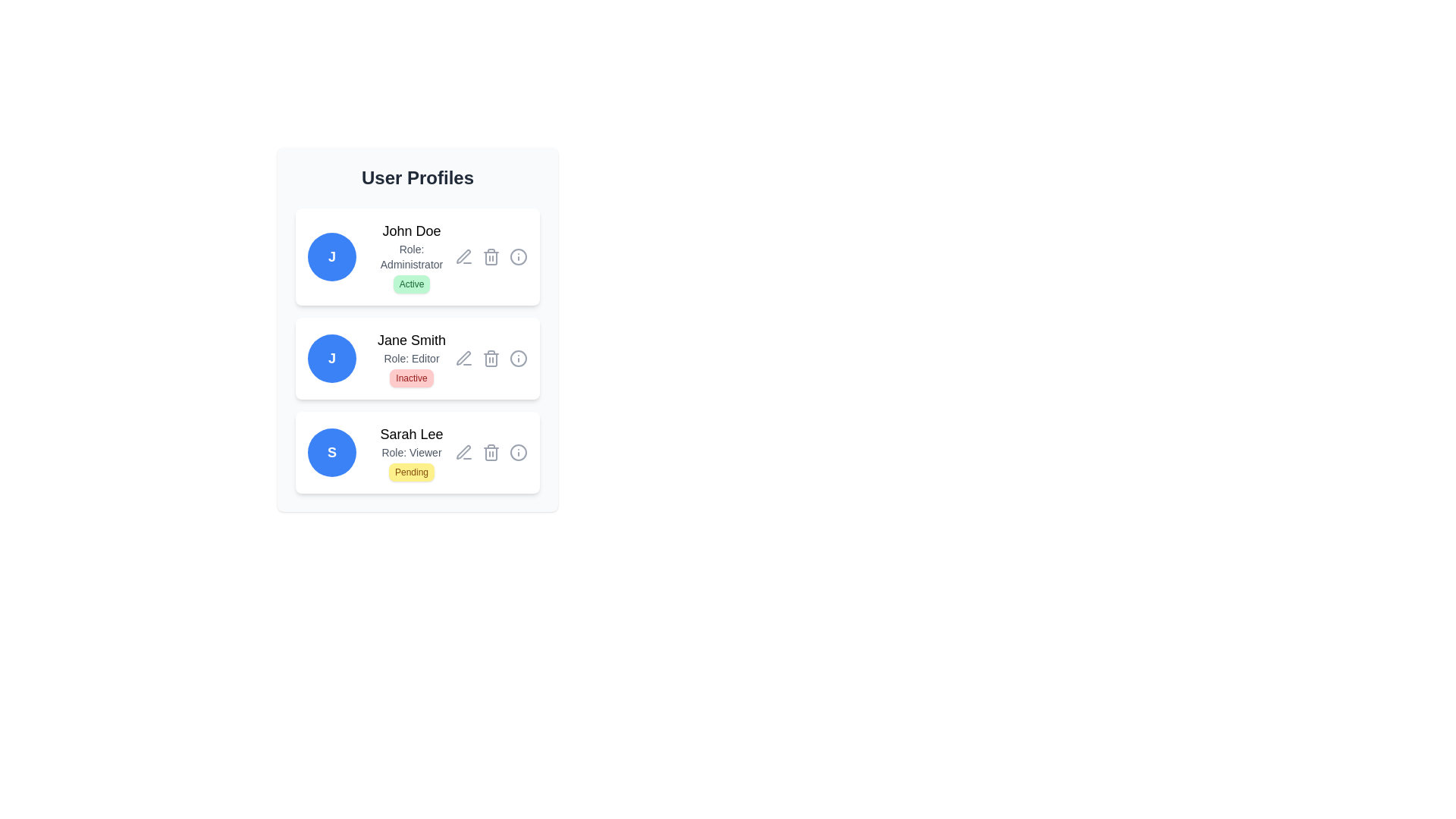 The image size is (1456, 819). Describe the element at coordinates (491, 256) in the screenshot. I see `the trash bin icon, which is the second icon in the horizontal row of icons next to 'John Doe' in the user profile list` at that location.